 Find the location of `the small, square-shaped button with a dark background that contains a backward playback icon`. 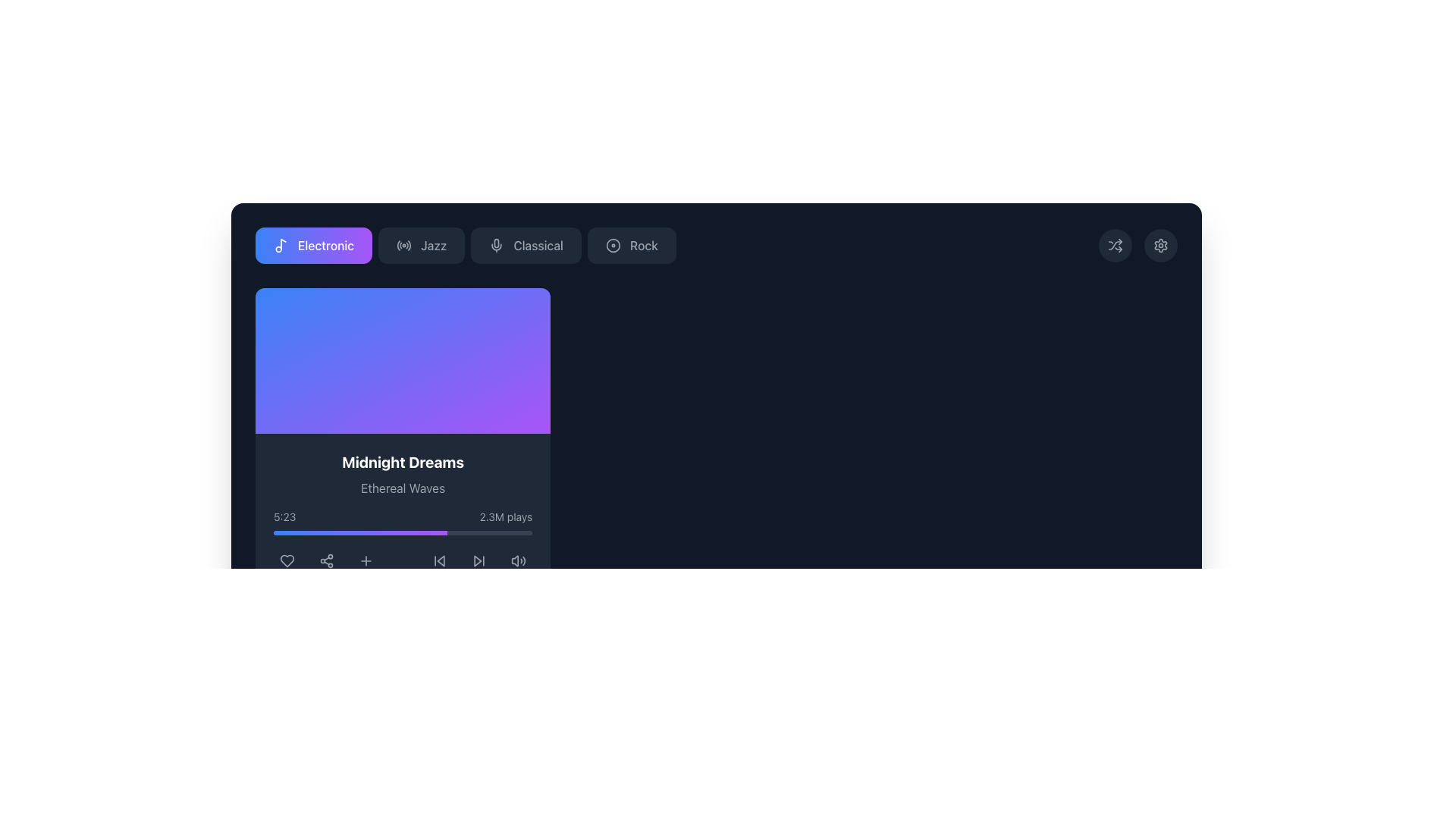

the small, square-shaped button with a dark background that contains a backward playback icon is located at coordinates (439, 561).